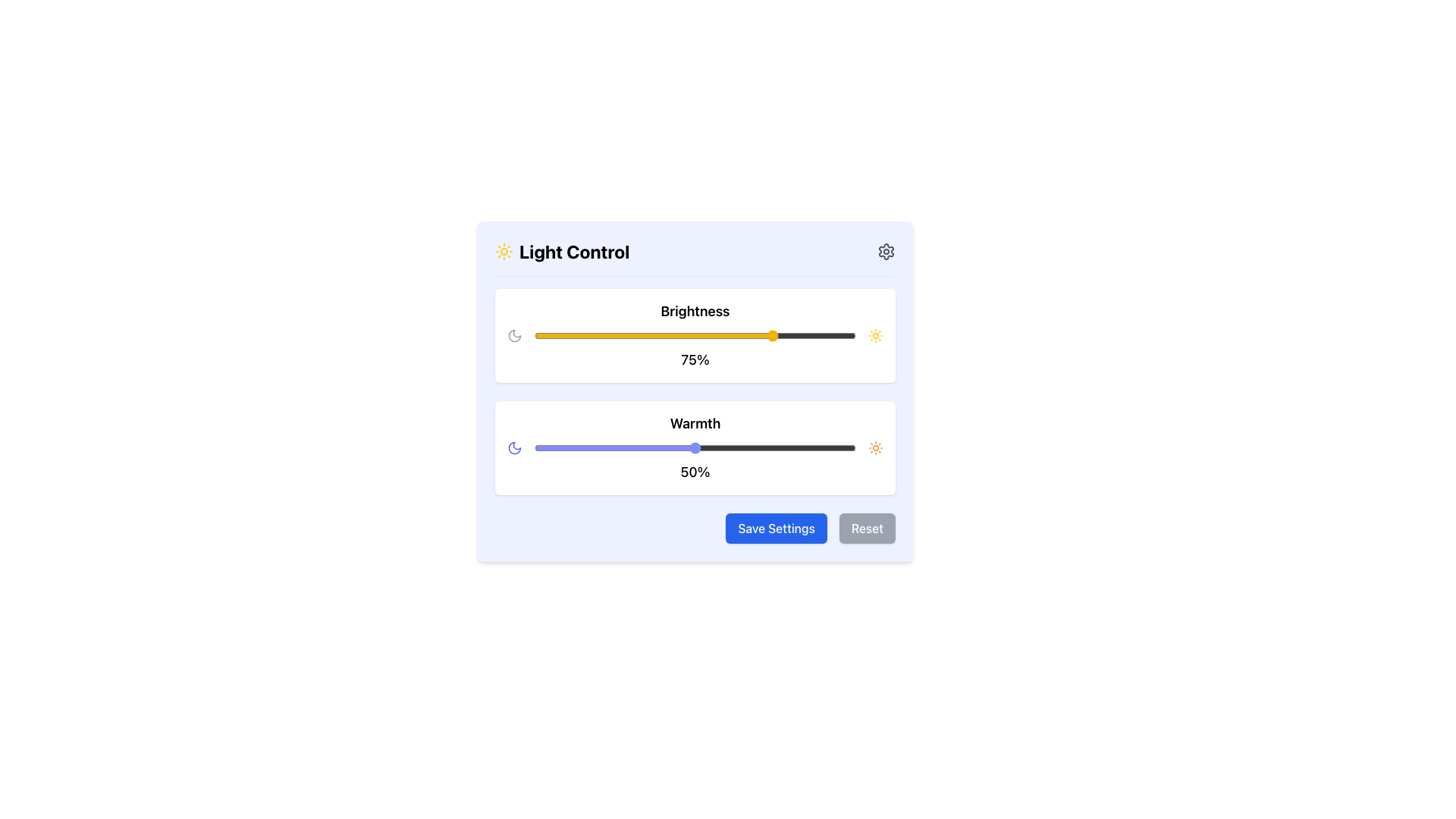  I want to click on the light control panel with an indigo background that contains the title 'Light Control', two sliders for Brightness and Warmth, and buttons for Save Settings and Reset, so click(694, 391).